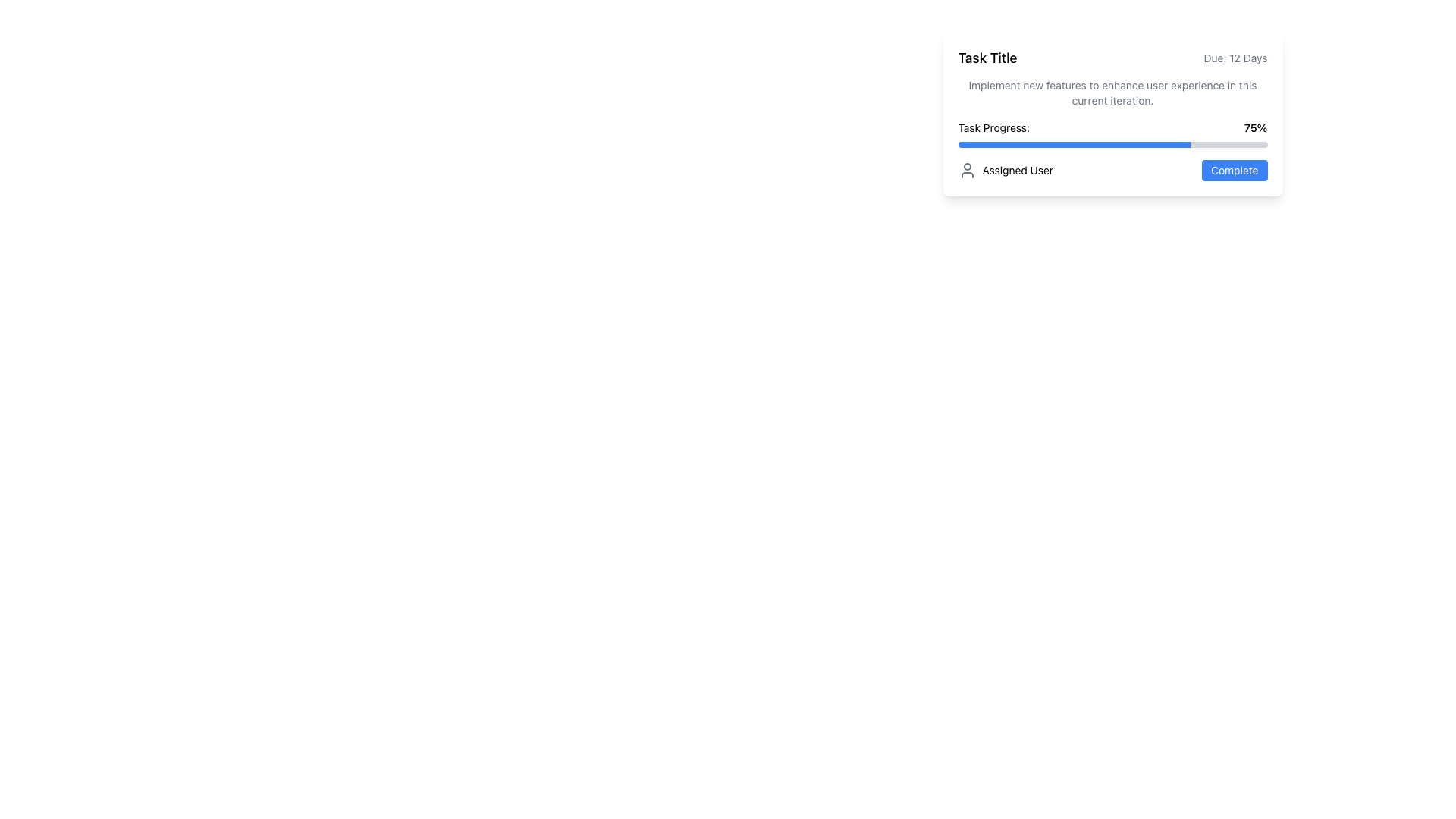  What do you see at coordinates (1112, 145) in the screenshot?
I see `the progress bar that is styled with a gray background and a blue segment representing 75% completion, located below the 'Task Progress: 75%' label` at bounding box center [1112, 145].